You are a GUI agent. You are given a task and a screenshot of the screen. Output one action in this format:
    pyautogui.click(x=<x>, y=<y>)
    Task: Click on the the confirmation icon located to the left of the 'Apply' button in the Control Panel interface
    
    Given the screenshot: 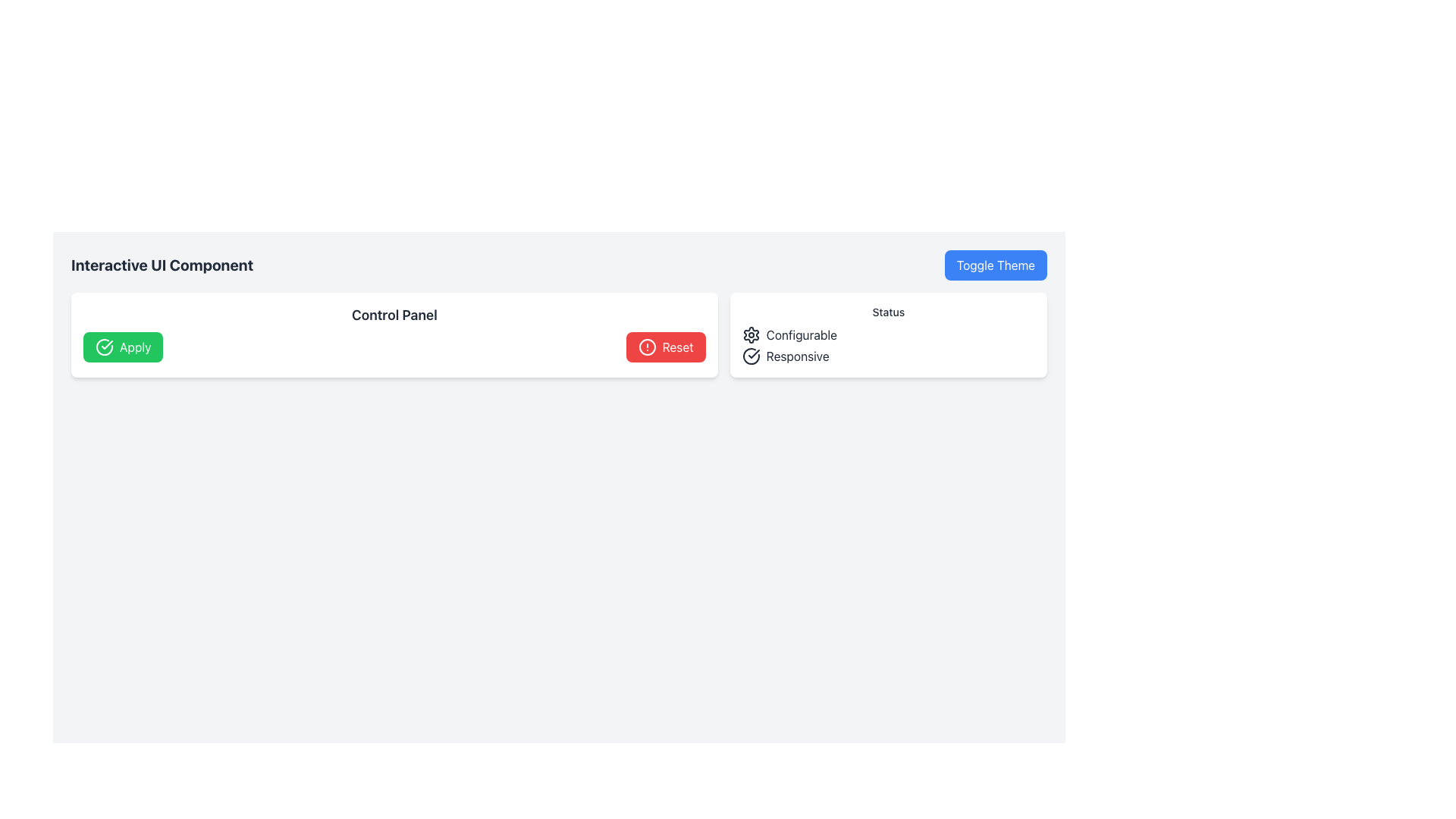 What is the action you would take?
    pyautogui.click(x=104, y=347)
    